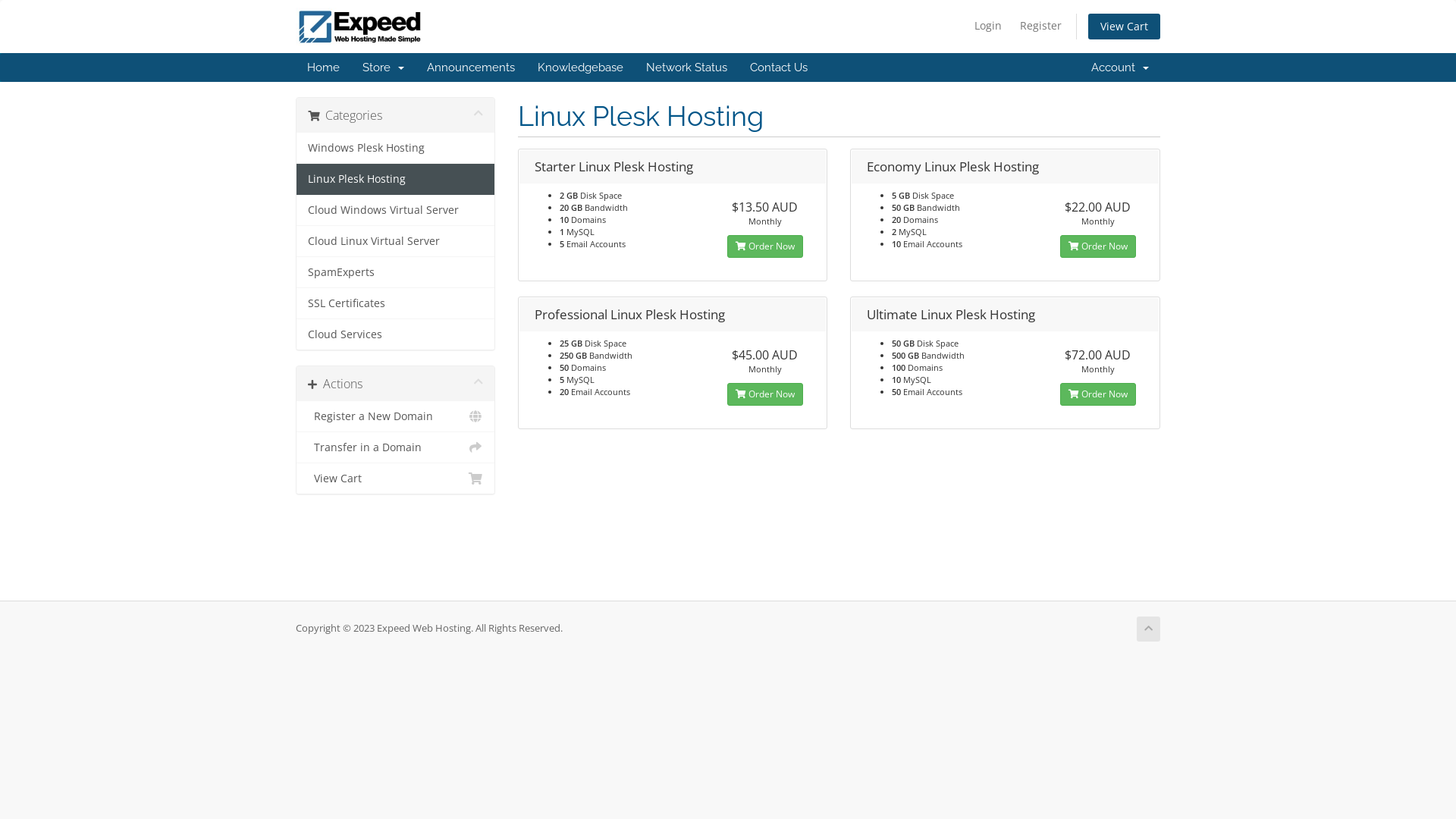 The image size is (1456, 819). I want to click on 'View Cart', so click(1087, 26).